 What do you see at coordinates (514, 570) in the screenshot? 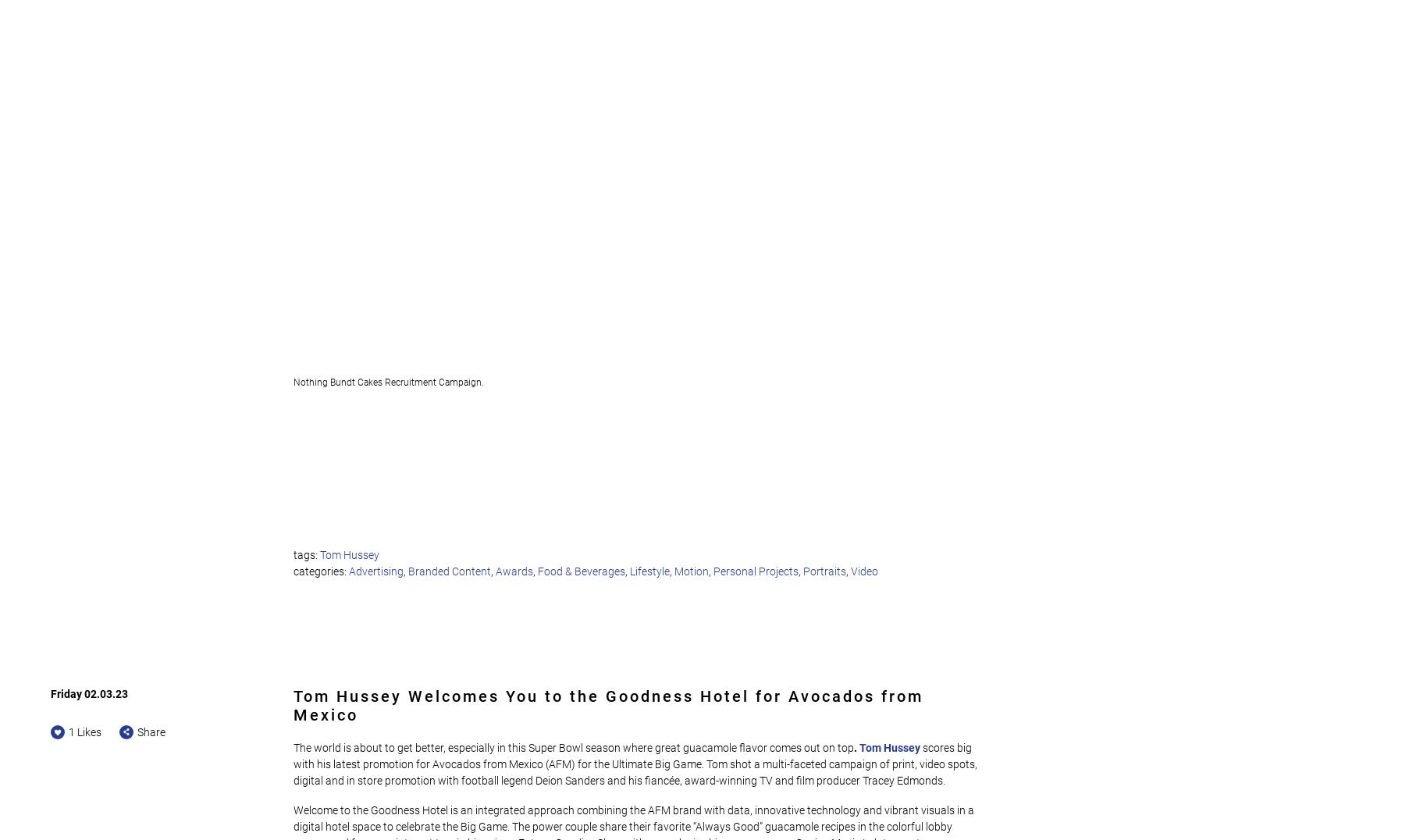
I see `'Awards'` at bounding box center [514, 570].